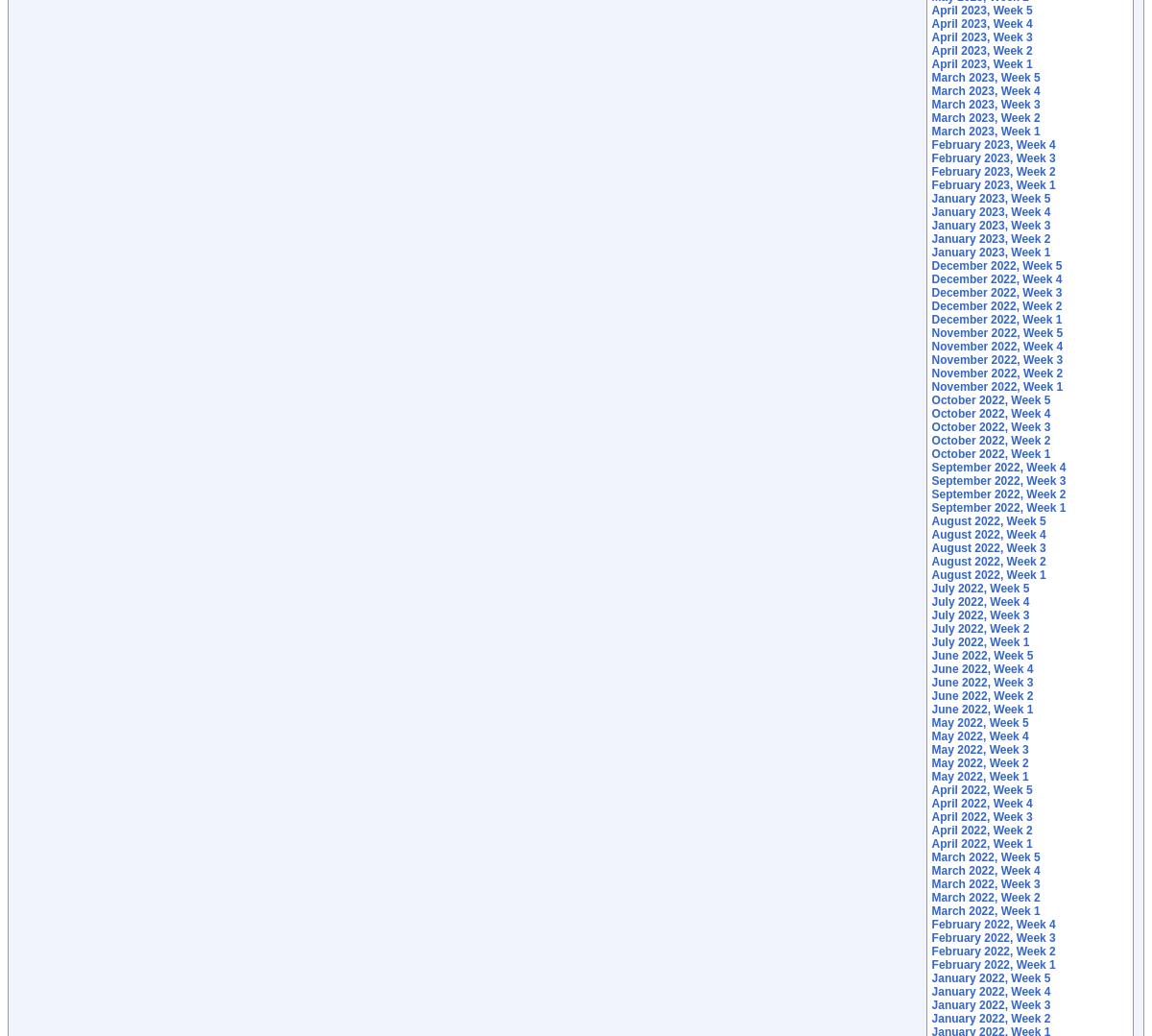 The image size is (1152, 1036). I want to click on 'September 2022, Week 3', so click(998, 480).